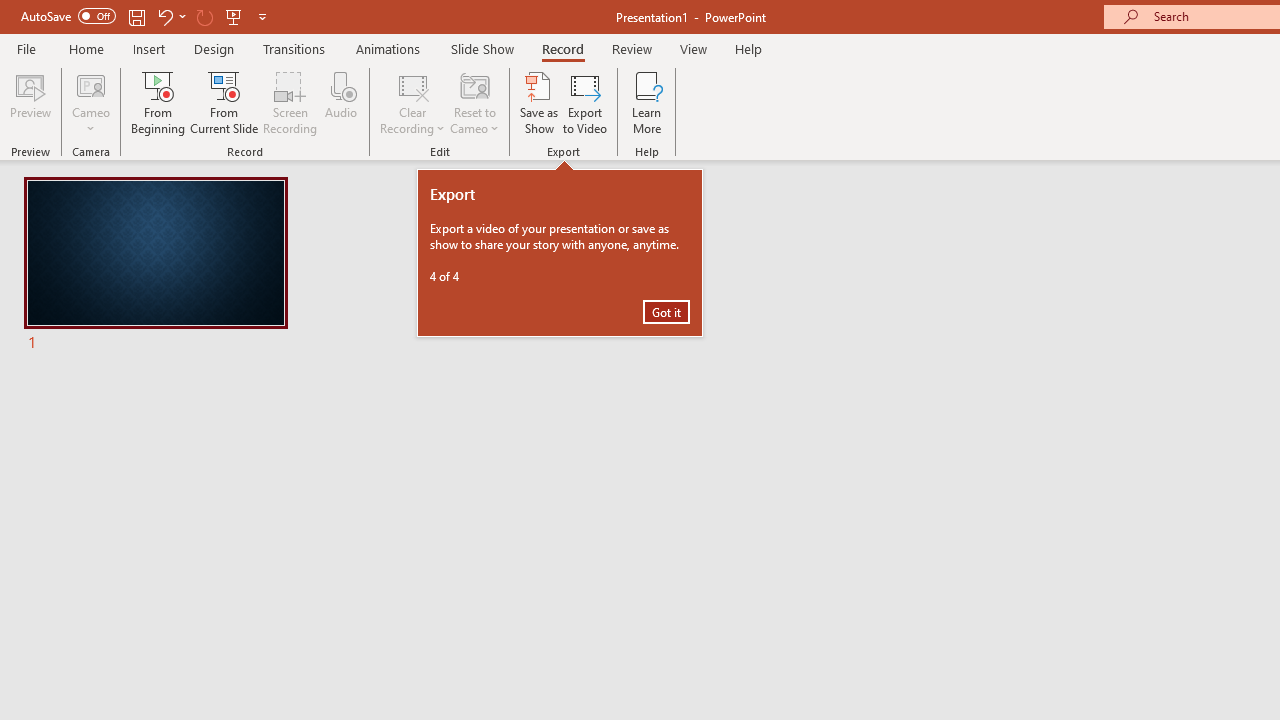  What do you see at coordinates (148, 48) in the screenshot?
I see `'Insert'` at bounding box center [148, 48].